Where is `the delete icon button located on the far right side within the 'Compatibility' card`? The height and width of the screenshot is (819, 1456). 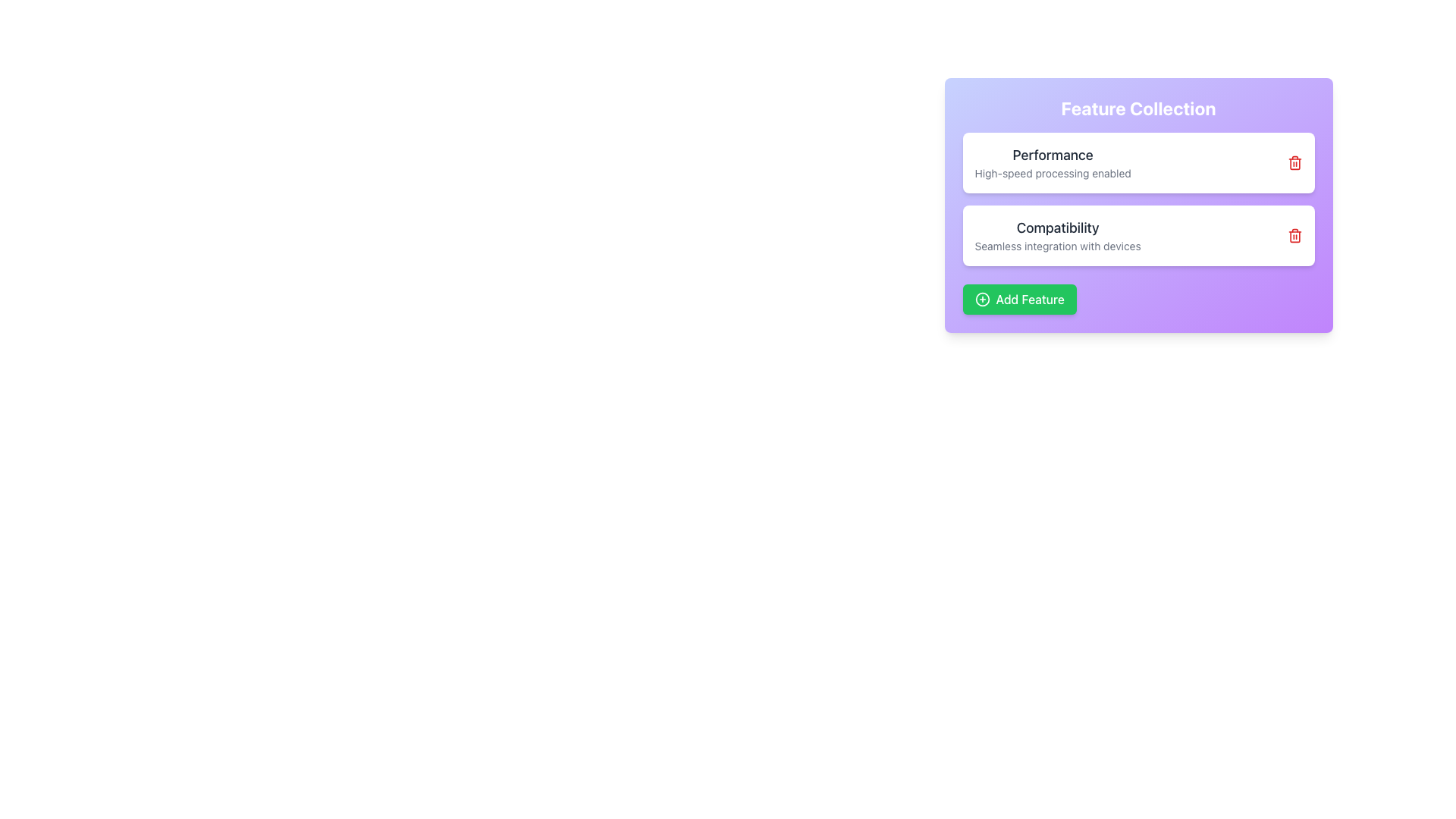 the delete icon button located on the far right side within the 'Compatibility' card is located at coordinates (1294, 236).